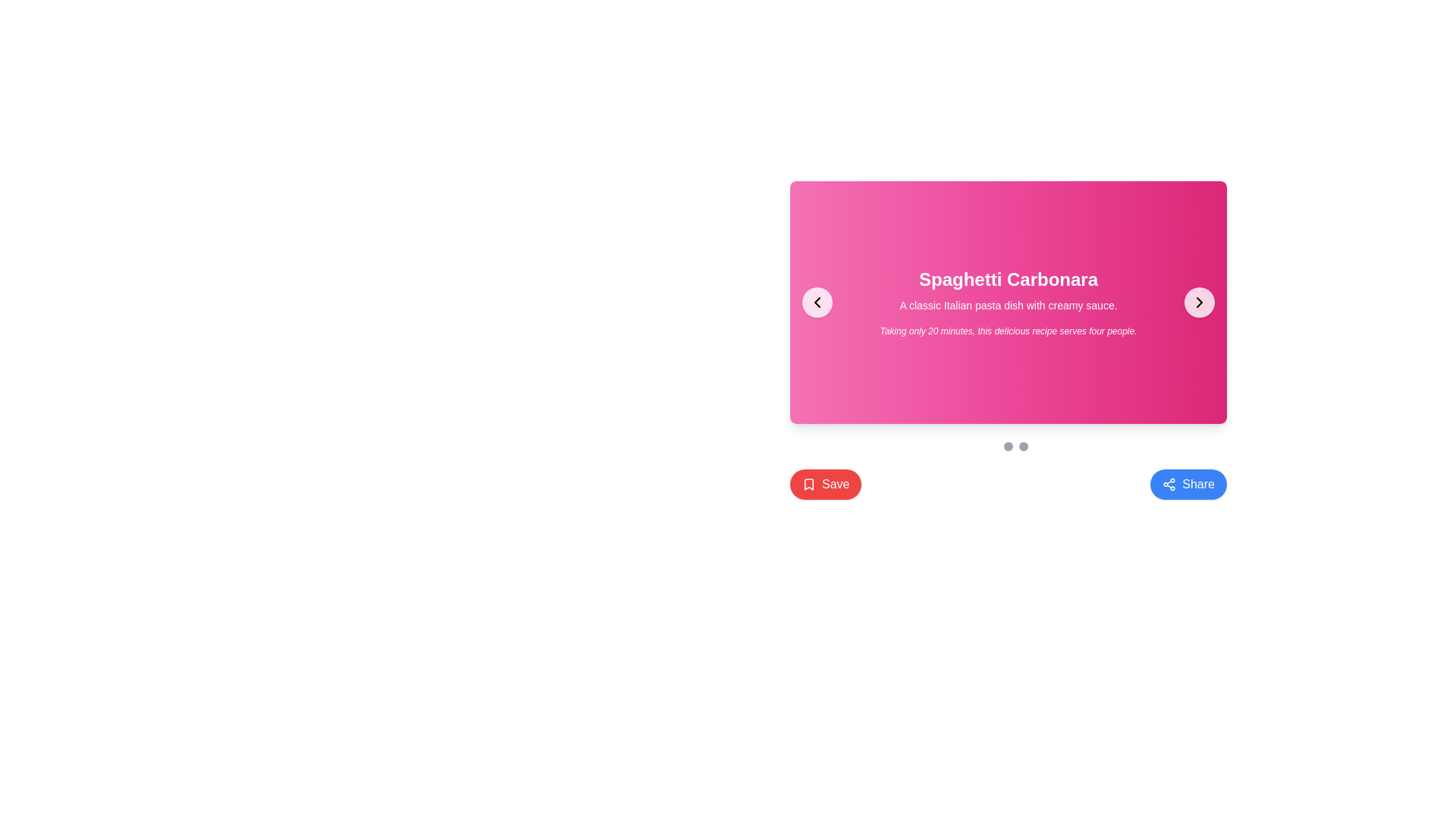 The image size is (1456, 819). What do you see at coordinates (1199, 302) in the screenshot?
I see `the right-facing chevron arrow icon located within the circular button on the right edge of the pink content card` at bounding box center [1199, 302].